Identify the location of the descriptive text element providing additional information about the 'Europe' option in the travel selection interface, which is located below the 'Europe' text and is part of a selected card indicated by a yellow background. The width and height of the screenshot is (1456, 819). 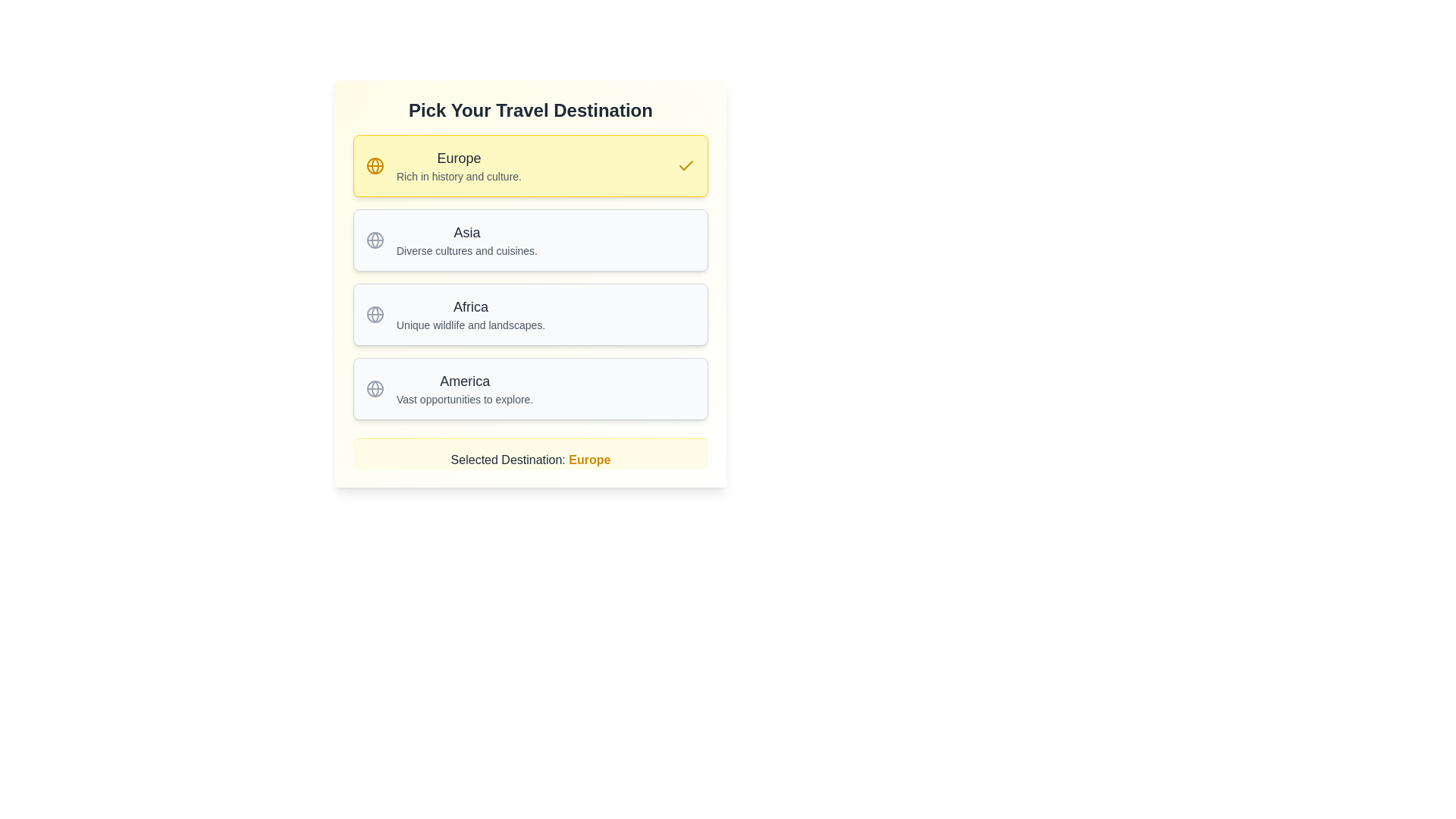
(458, 175).